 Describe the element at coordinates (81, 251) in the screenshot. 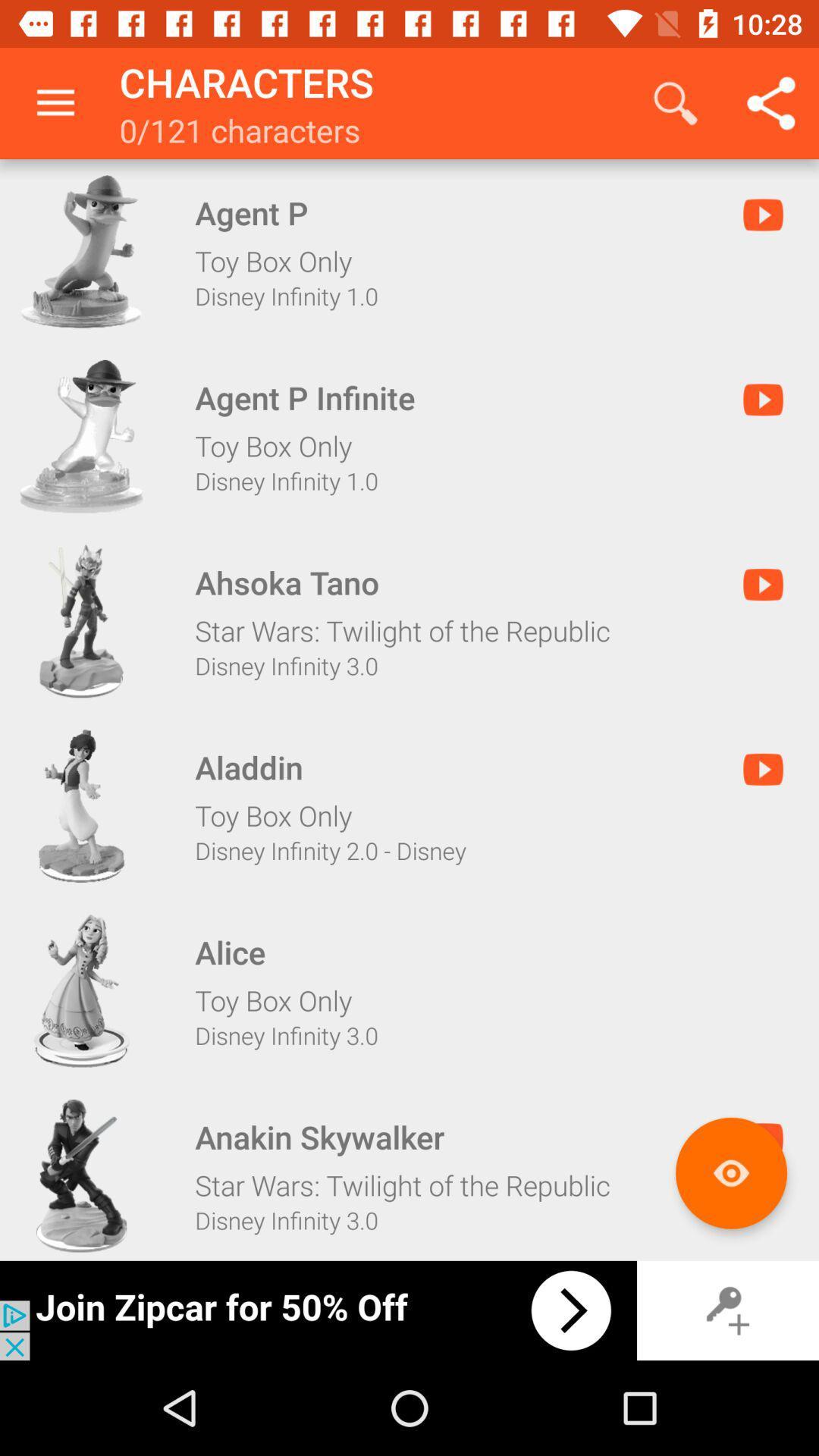

I see `character` at that location.